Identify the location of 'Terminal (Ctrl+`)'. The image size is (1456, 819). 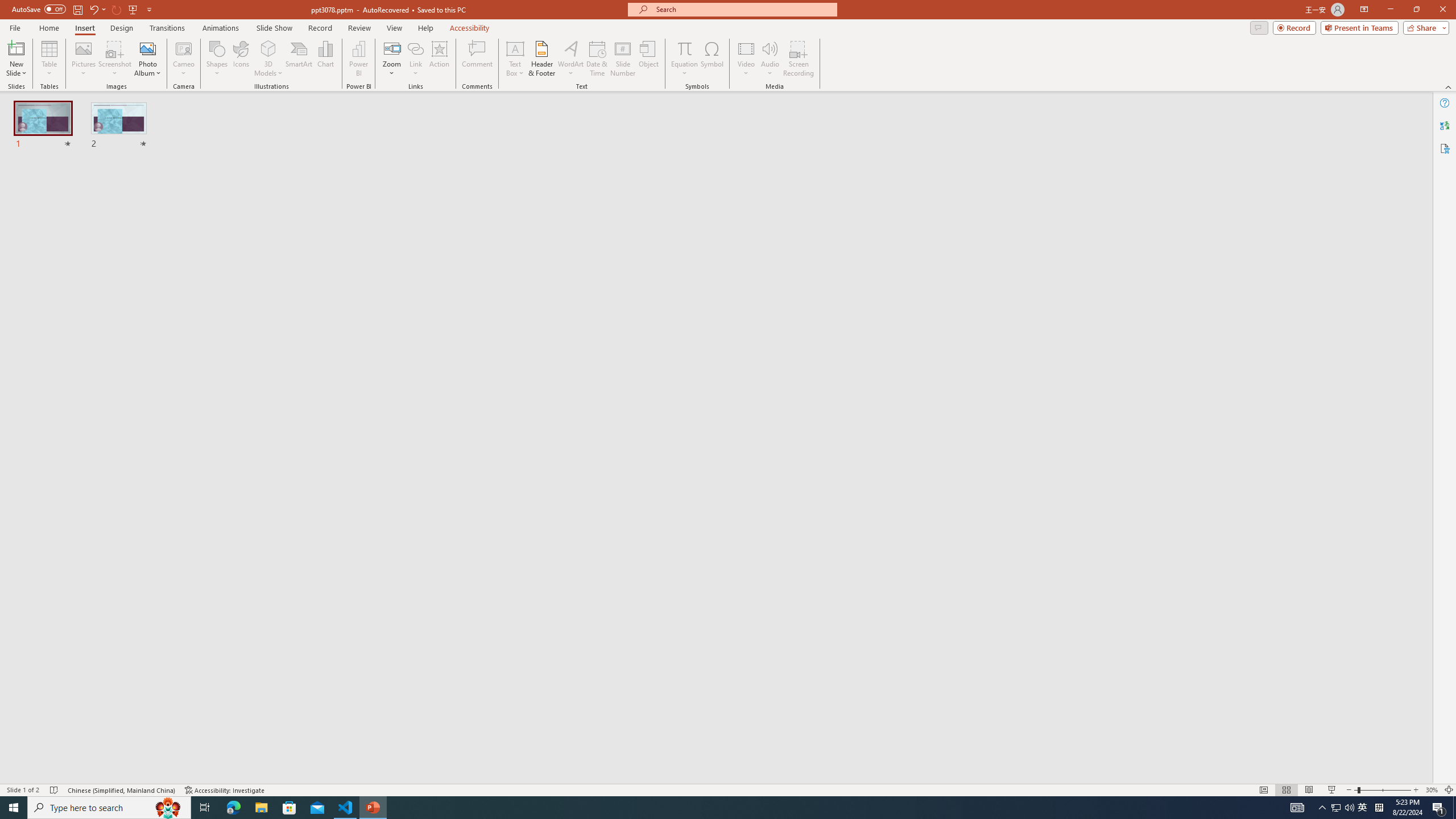
(580, 533).